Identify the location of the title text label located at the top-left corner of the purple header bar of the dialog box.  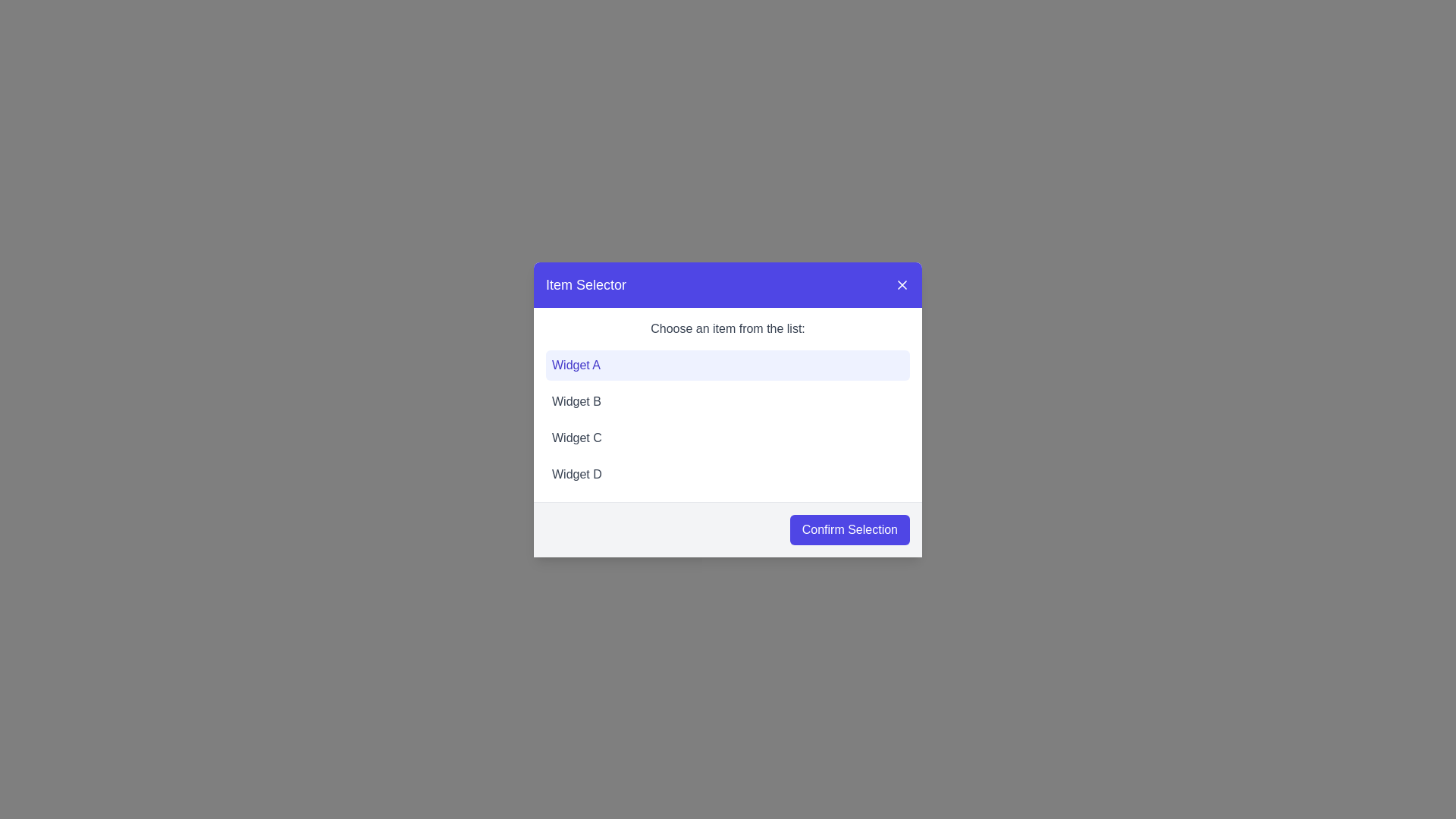
(585, 284).